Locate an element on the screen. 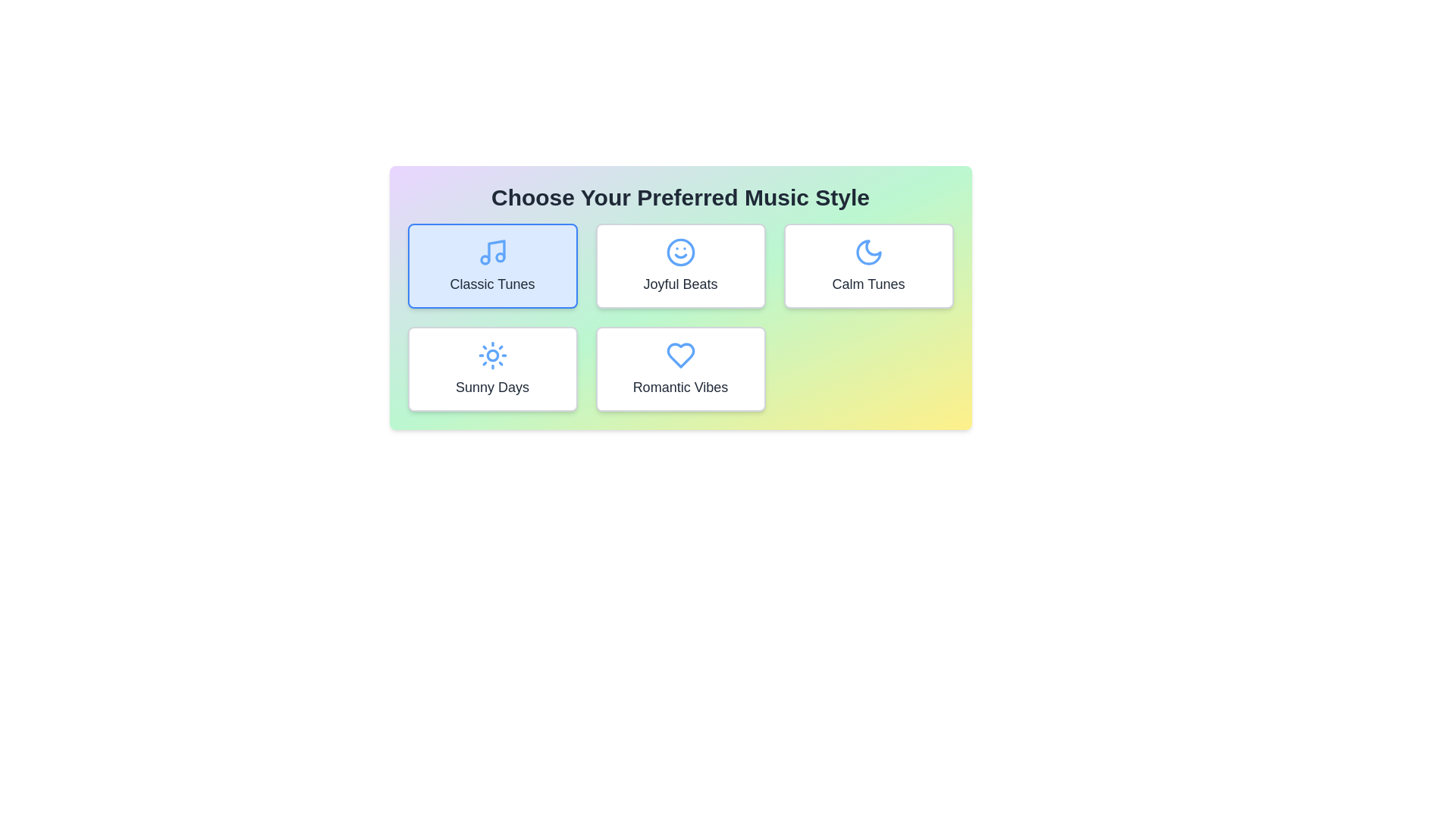 The width and height of the screenshot is (1456, 819). the decorative icon representing the 'Romantic Vibes' card, located at the top of the card above the text 'Romantic Vibes' is located at coordinates (679, 356).